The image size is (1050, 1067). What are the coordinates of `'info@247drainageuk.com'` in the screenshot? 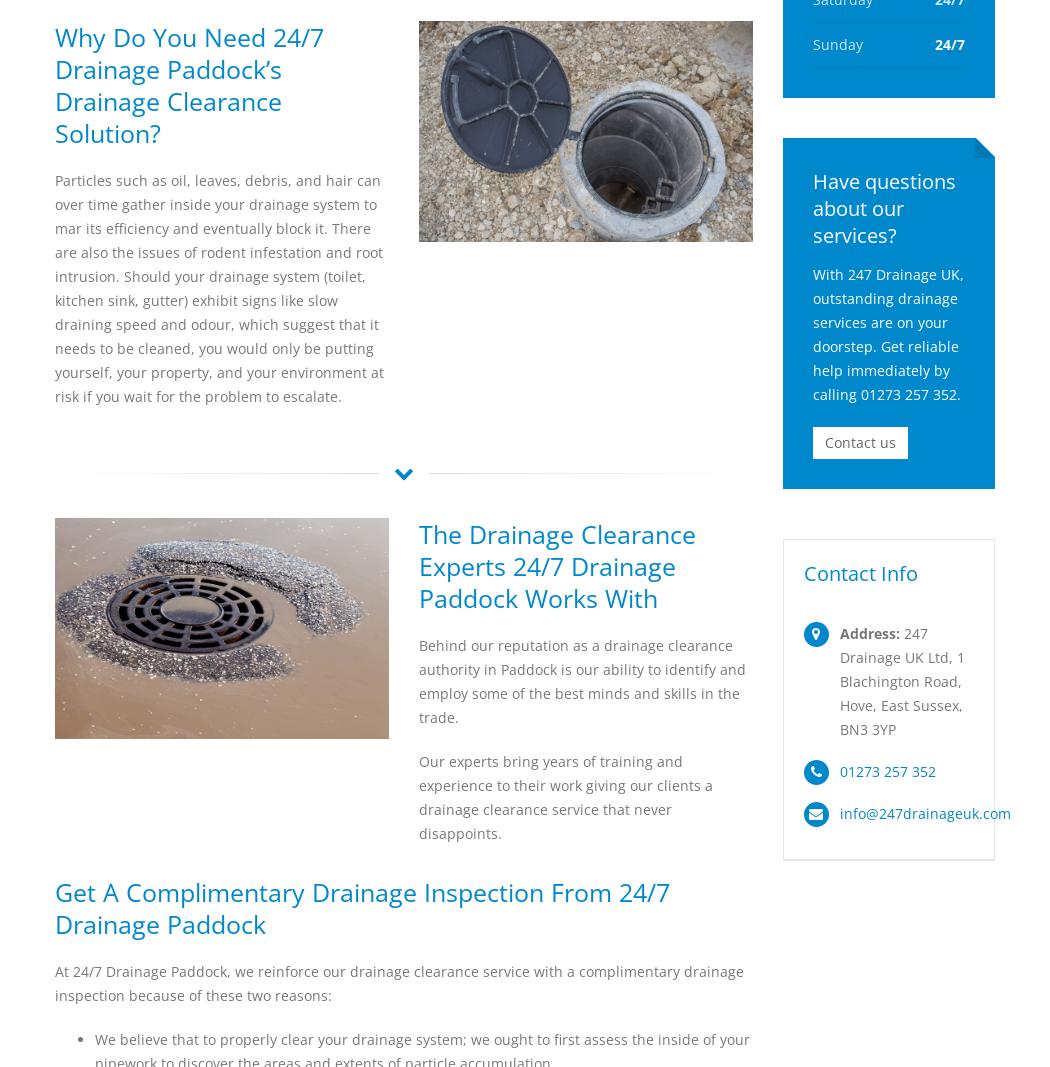 It's located at (924, 812).